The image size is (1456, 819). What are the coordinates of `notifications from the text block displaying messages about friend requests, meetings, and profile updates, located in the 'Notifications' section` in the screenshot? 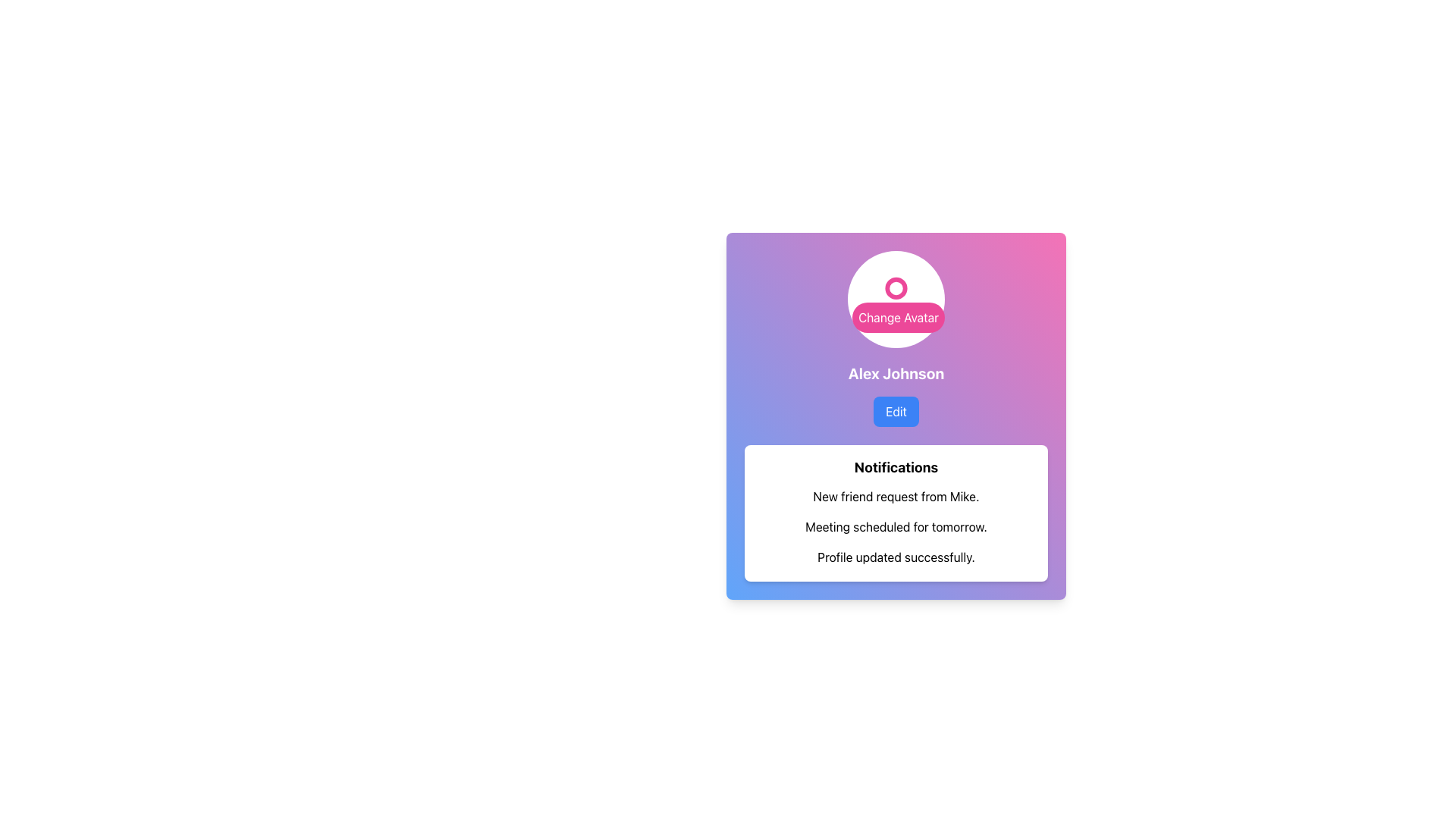 It's located at (896, 526).